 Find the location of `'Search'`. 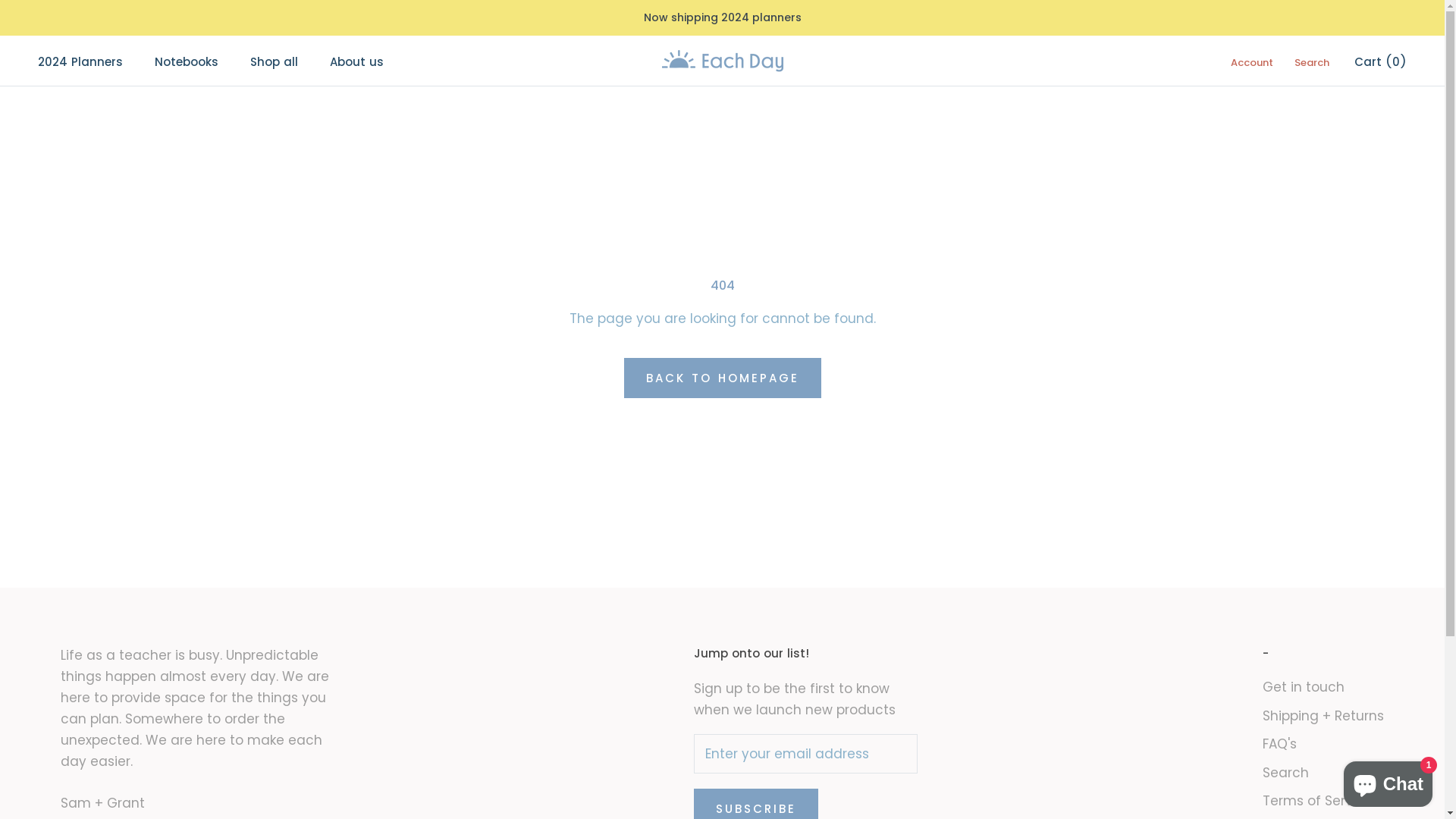

'Search' is located at coordinates (1310, 61).